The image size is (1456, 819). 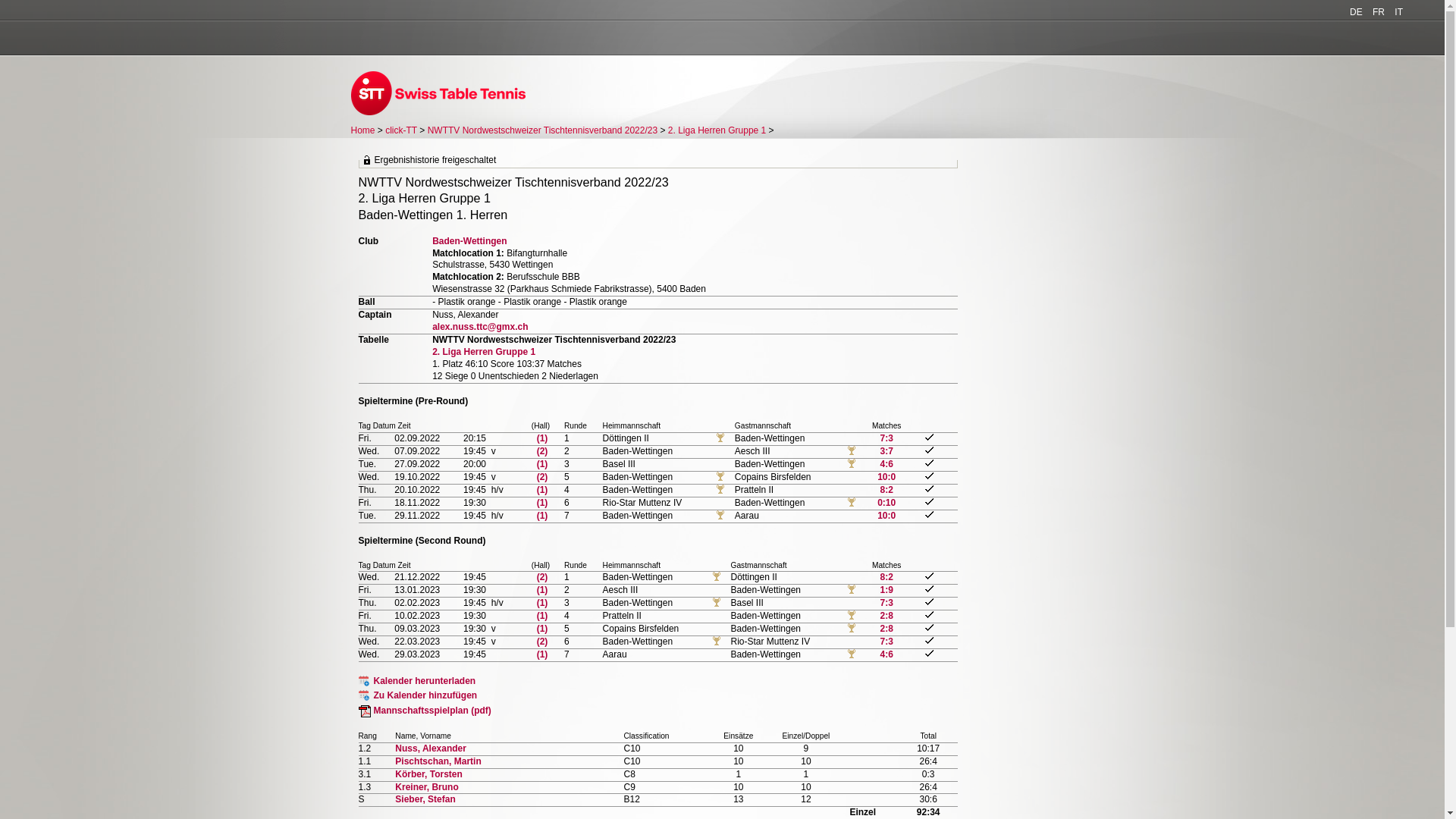 What do you see at coordinates (542, 654) in the screenshot?
I see `'(1)'` at bounding box center [542, 654].